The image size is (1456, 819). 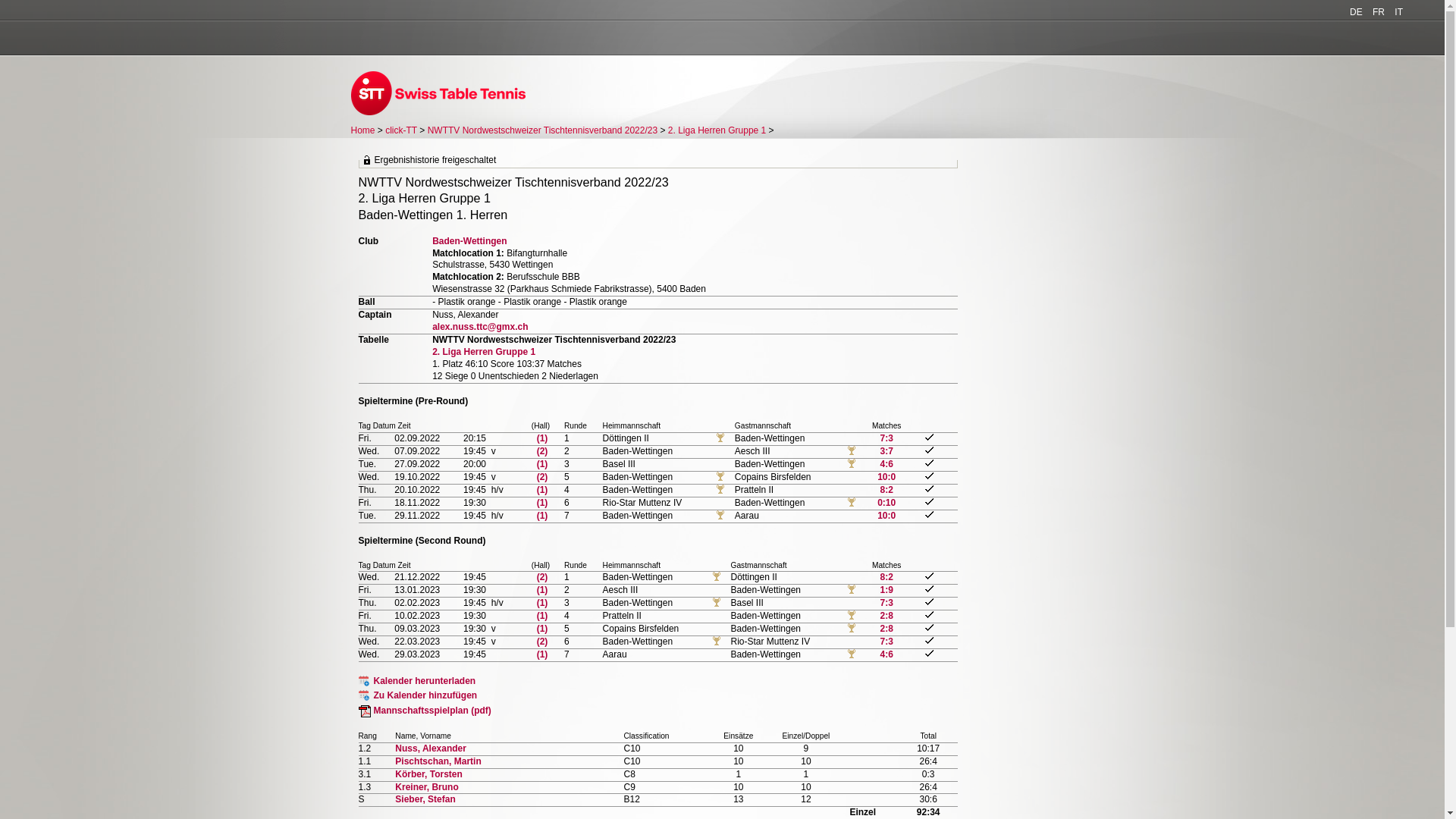 What do you see at coordinates (542, 654) in the screenshot?
I see `'(1)'` at bounding box center [542, 654].